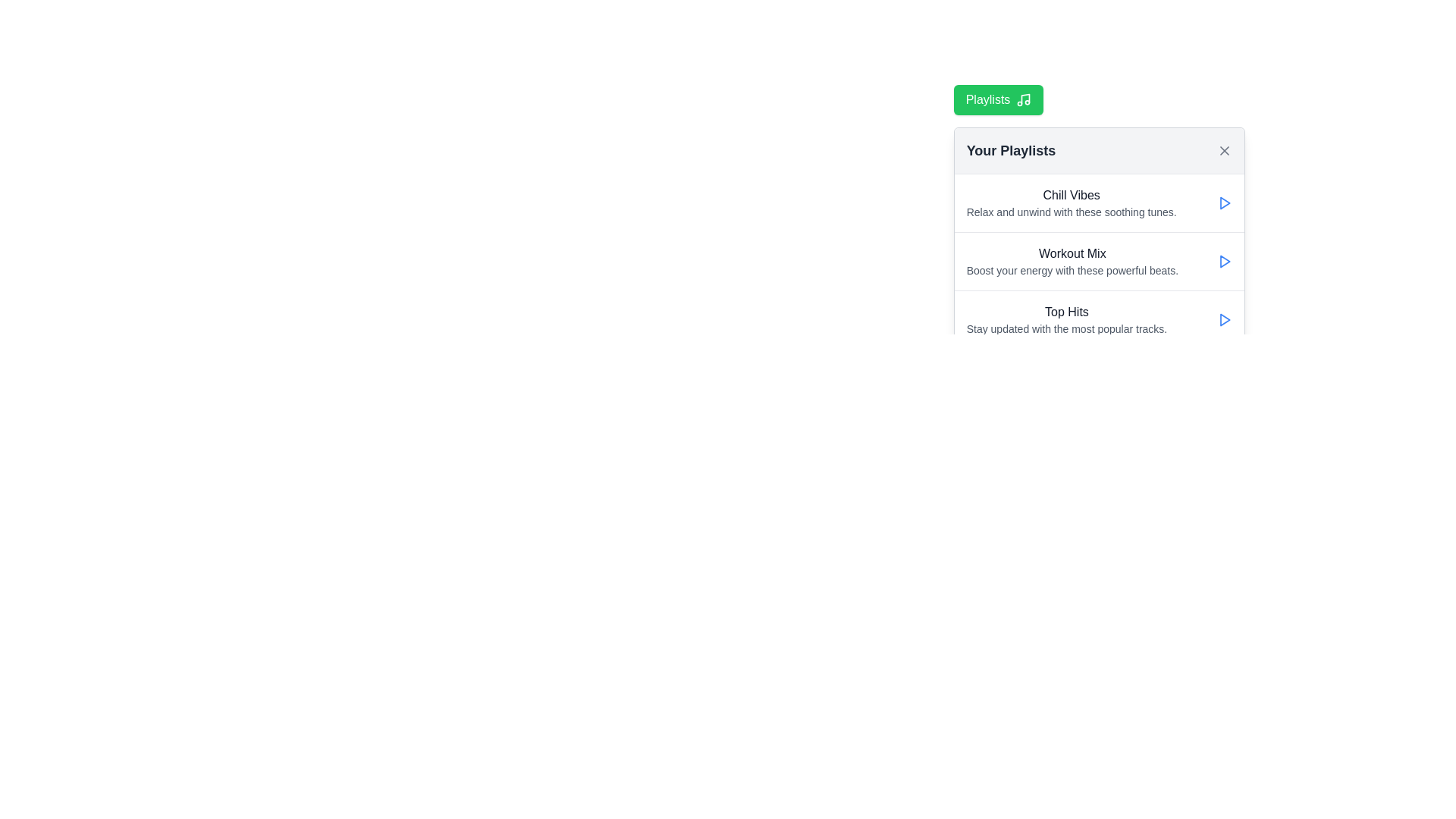 This screenshot has height=819, width=1456. What do you see at coordinates (1072, 260) in the screenshot?
I see `the 'Workout Mix' clickable text section` at bounding box center [1072, 260].